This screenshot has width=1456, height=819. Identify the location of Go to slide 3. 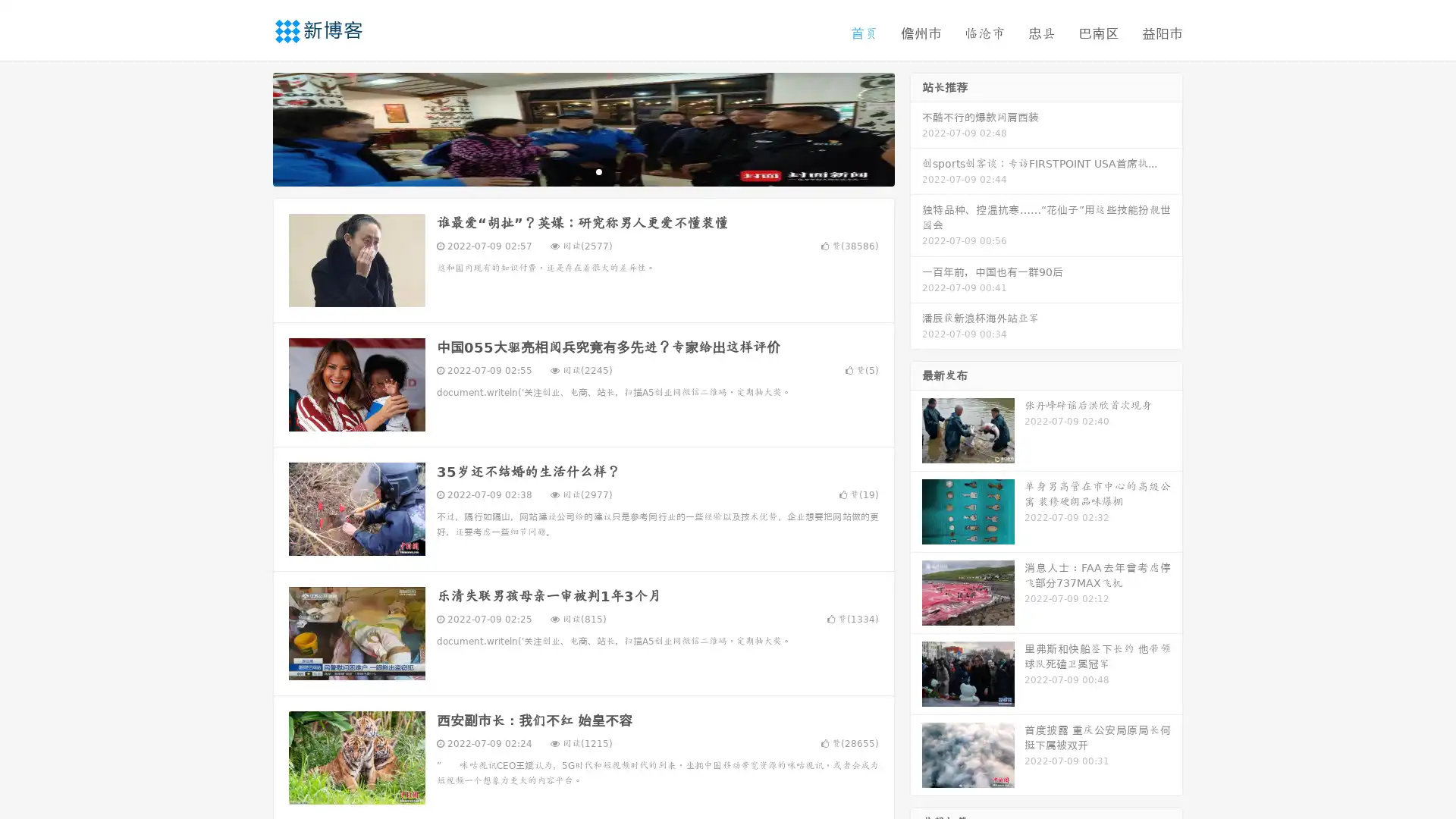
(598, 171).